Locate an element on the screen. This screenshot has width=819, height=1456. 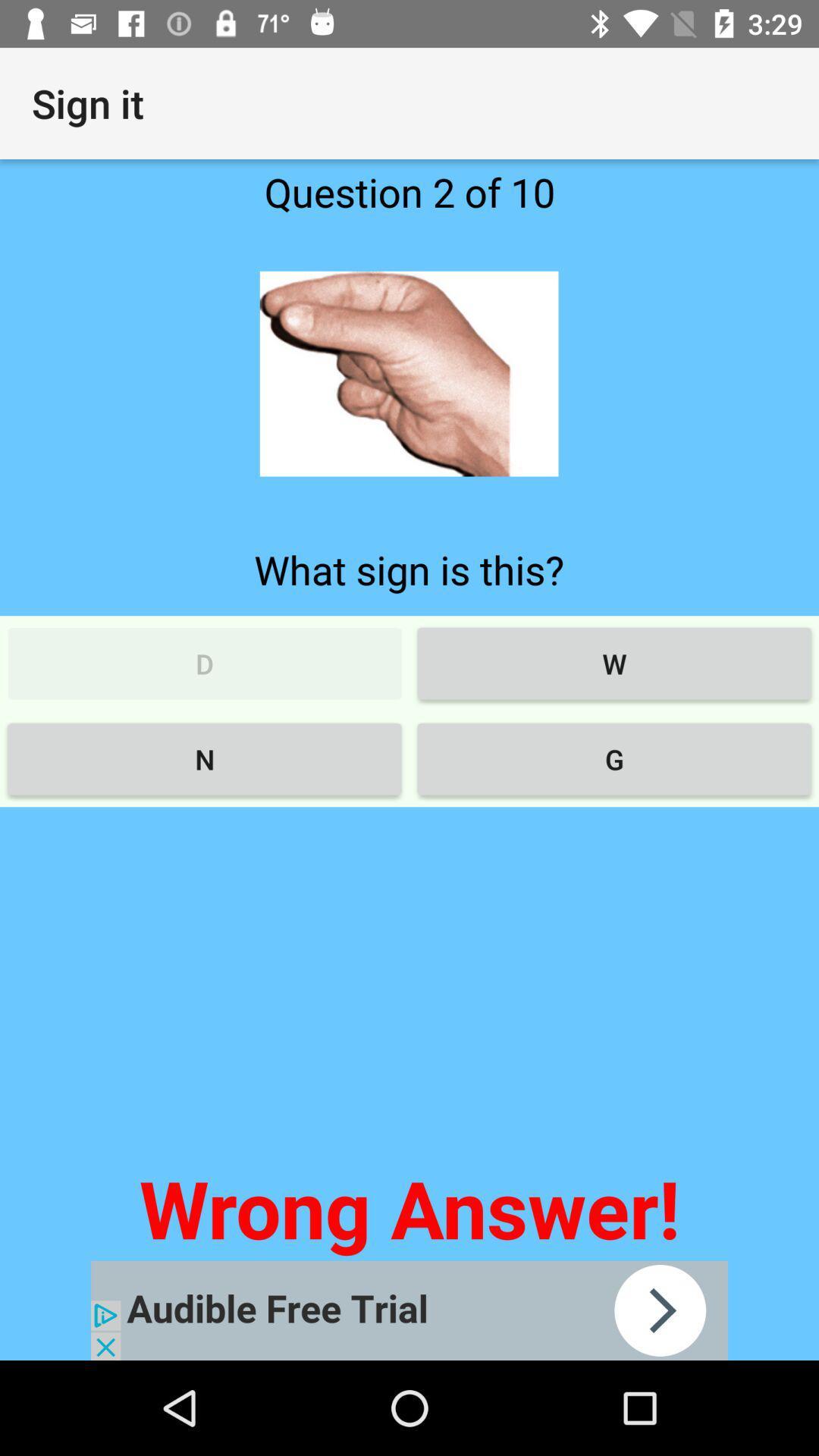
next button is located at coordinates (409, 1310).